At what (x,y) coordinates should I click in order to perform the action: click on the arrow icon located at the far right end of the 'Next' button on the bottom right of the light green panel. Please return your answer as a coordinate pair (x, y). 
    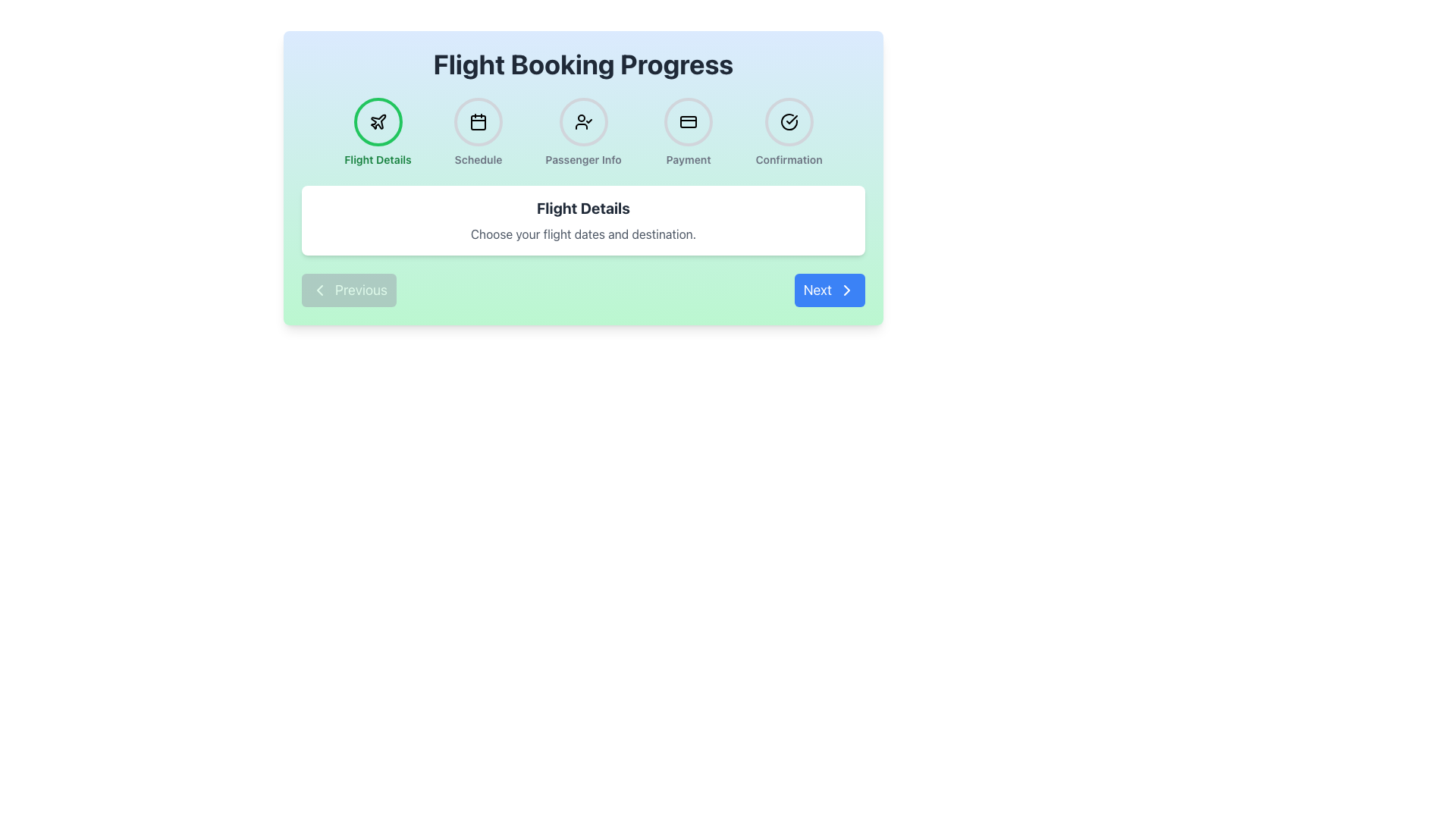
    Looking at the image, I should click on (846, 290).